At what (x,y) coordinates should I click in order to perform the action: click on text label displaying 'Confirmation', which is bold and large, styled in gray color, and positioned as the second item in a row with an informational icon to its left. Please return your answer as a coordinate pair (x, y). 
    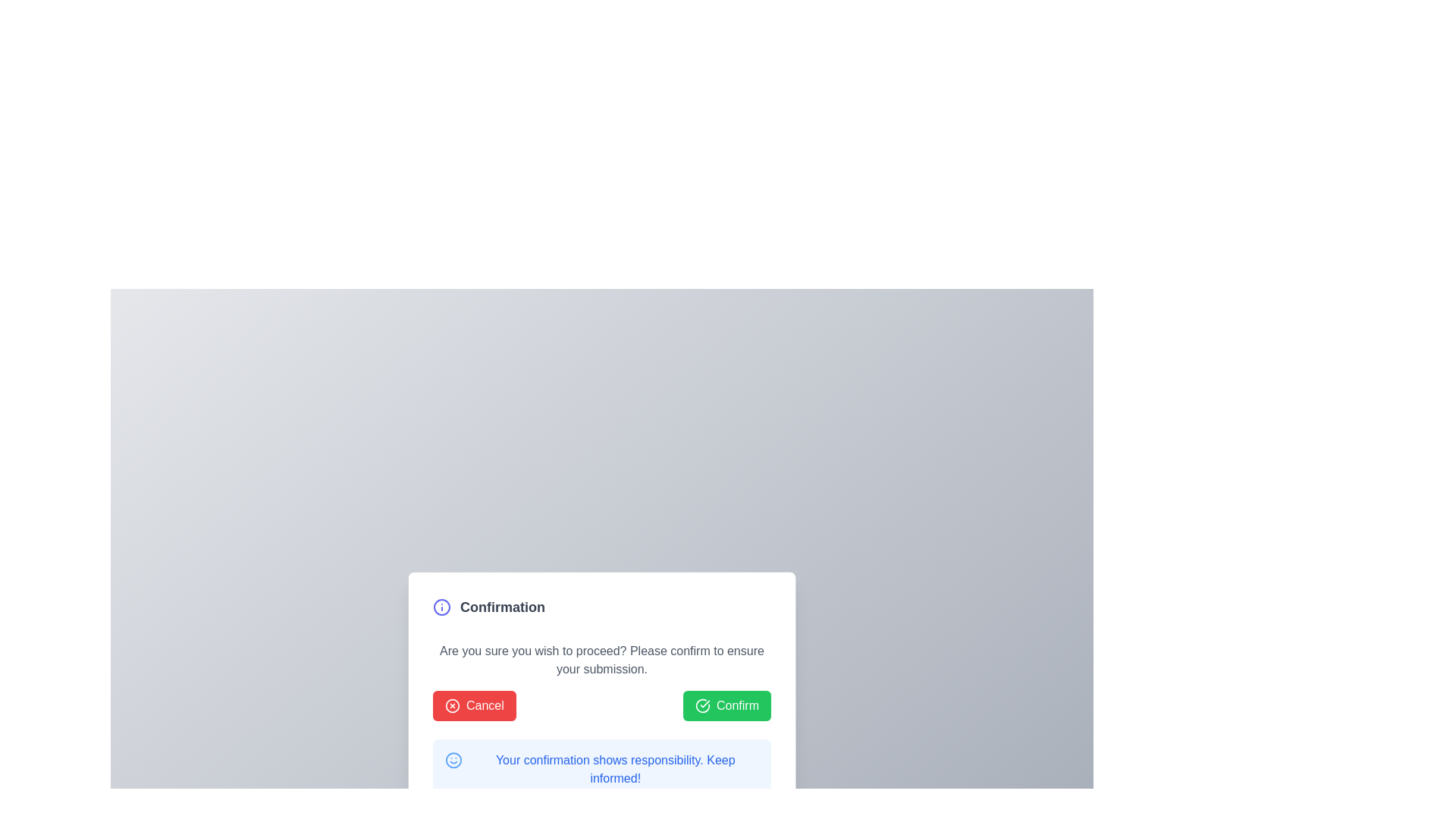
    Looking at the image, I should click on (502, 607).